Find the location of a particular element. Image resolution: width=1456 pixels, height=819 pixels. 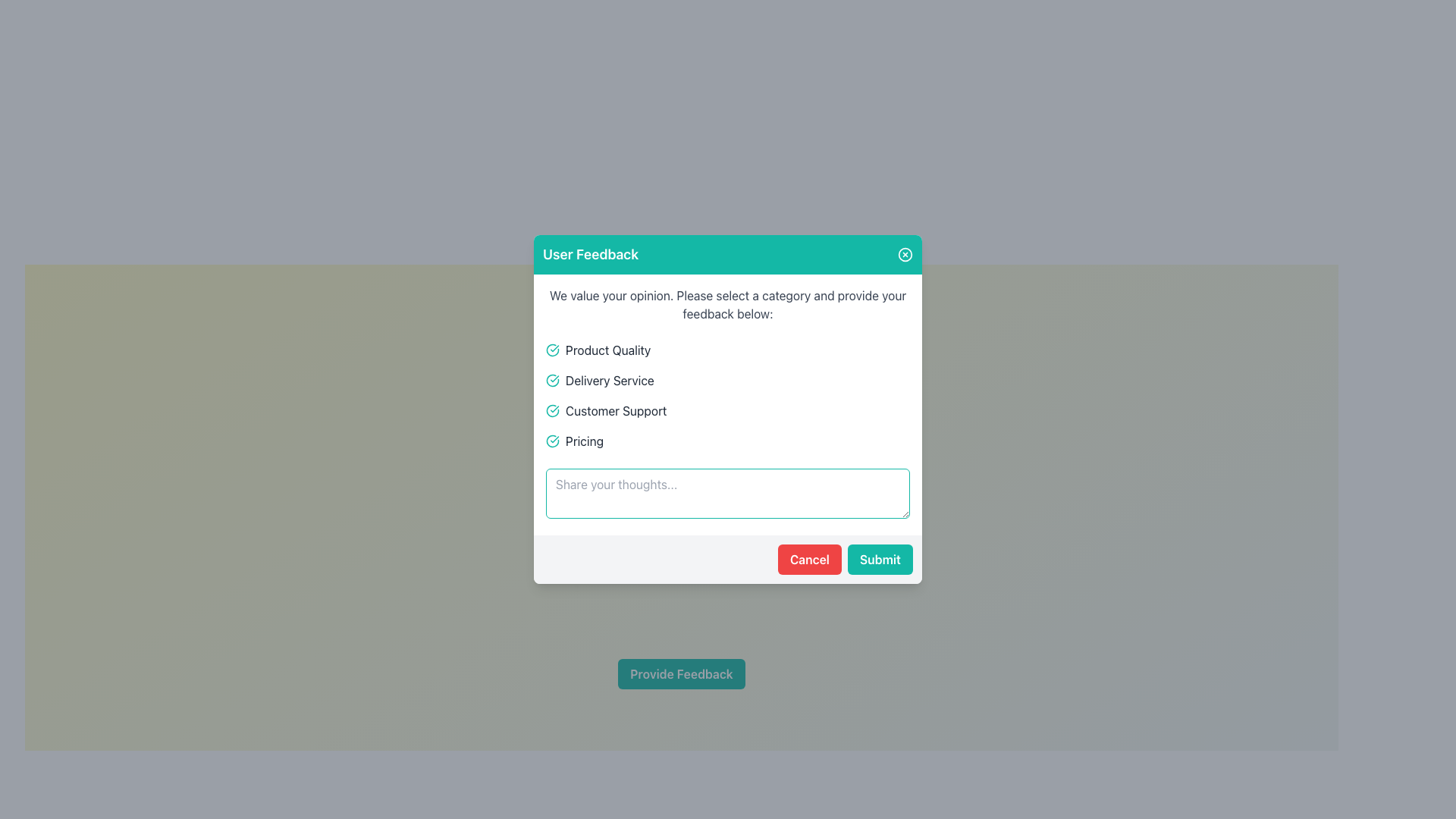

the 'Product Quality' text label displayed in gray (#4A4A4A) at the top-left corner of the feedback form modal is located at coordinates (608, 350).